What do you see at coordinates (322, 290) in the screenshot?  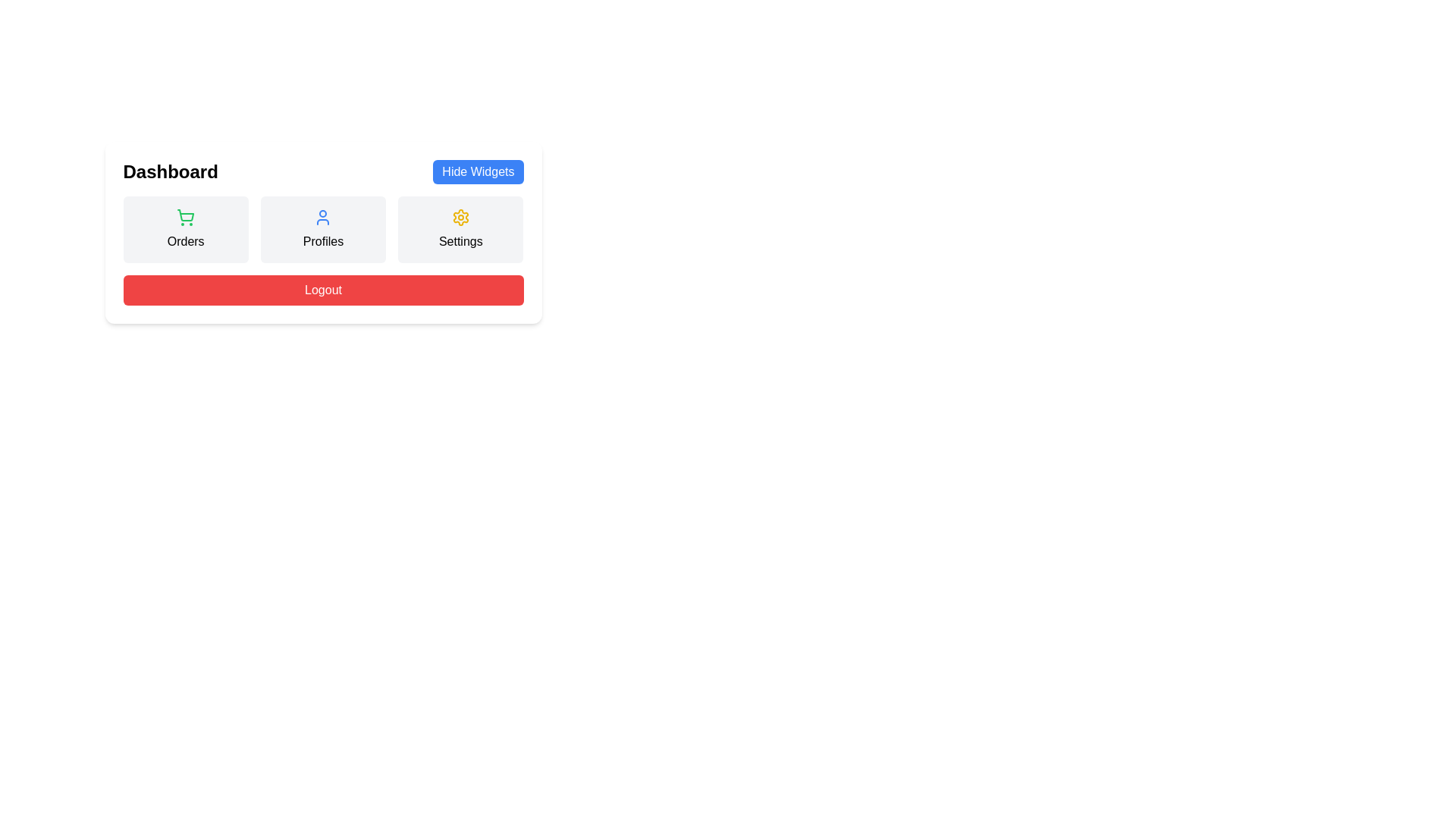 I see `the 'Logout' button located below the 'Orders', 'Profiles', and 'Settings' options to change its appearance` at bounding box center [322, 290].